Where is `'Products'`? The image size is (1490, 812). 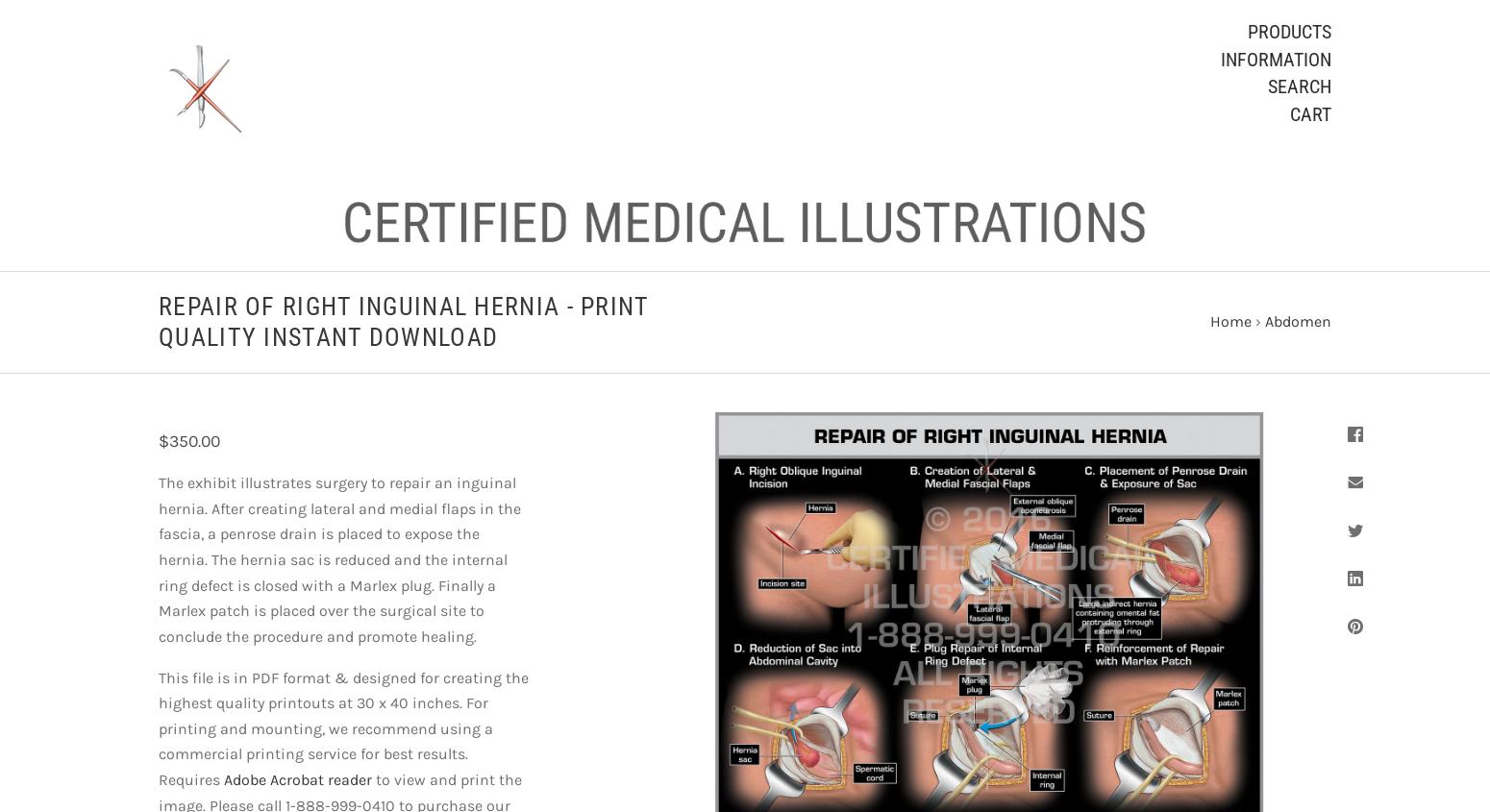
'Products' is located at coordinates (1289, 31).